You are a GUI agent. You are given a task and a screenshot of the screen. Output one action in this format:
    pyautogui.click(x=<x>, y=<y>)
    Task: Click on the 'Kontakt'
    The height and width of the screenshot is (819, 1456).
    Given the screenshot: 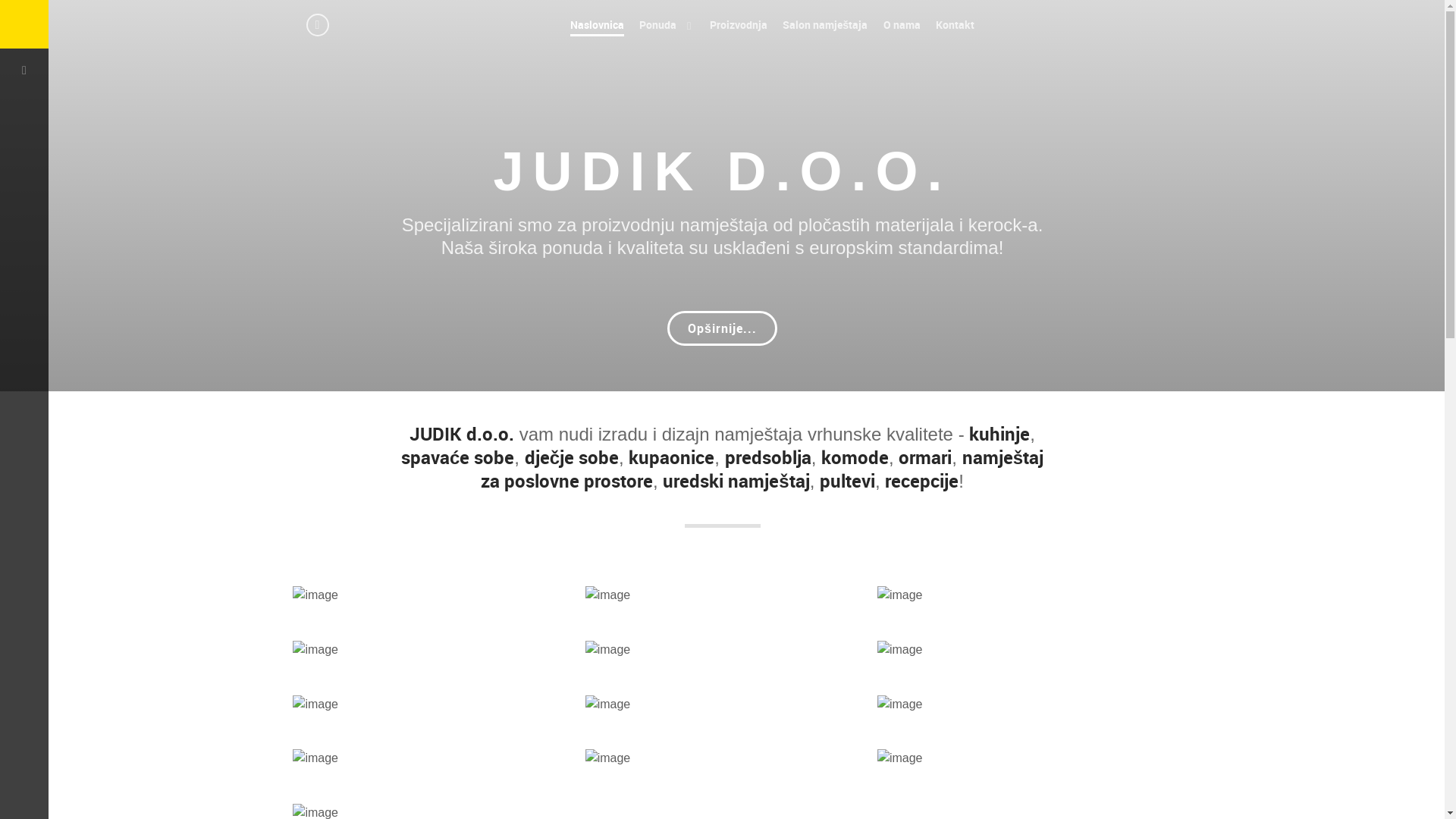 What is the action you would take?
    pyautogui.click(x=954, y=24)
    